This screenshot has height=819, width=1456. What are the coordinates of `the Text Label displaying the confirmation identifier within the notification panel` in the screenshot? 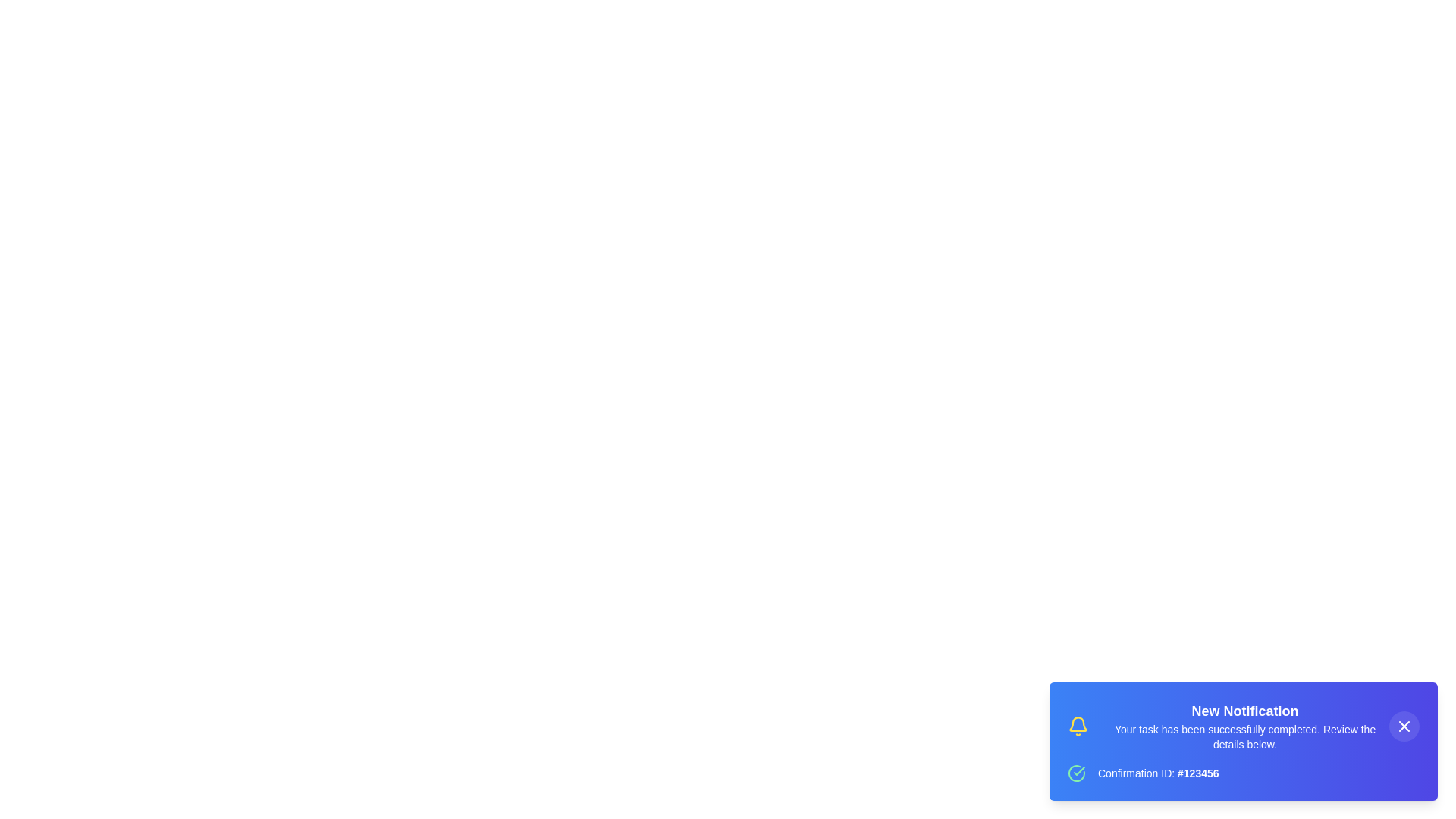 It's located at (1157, 773).